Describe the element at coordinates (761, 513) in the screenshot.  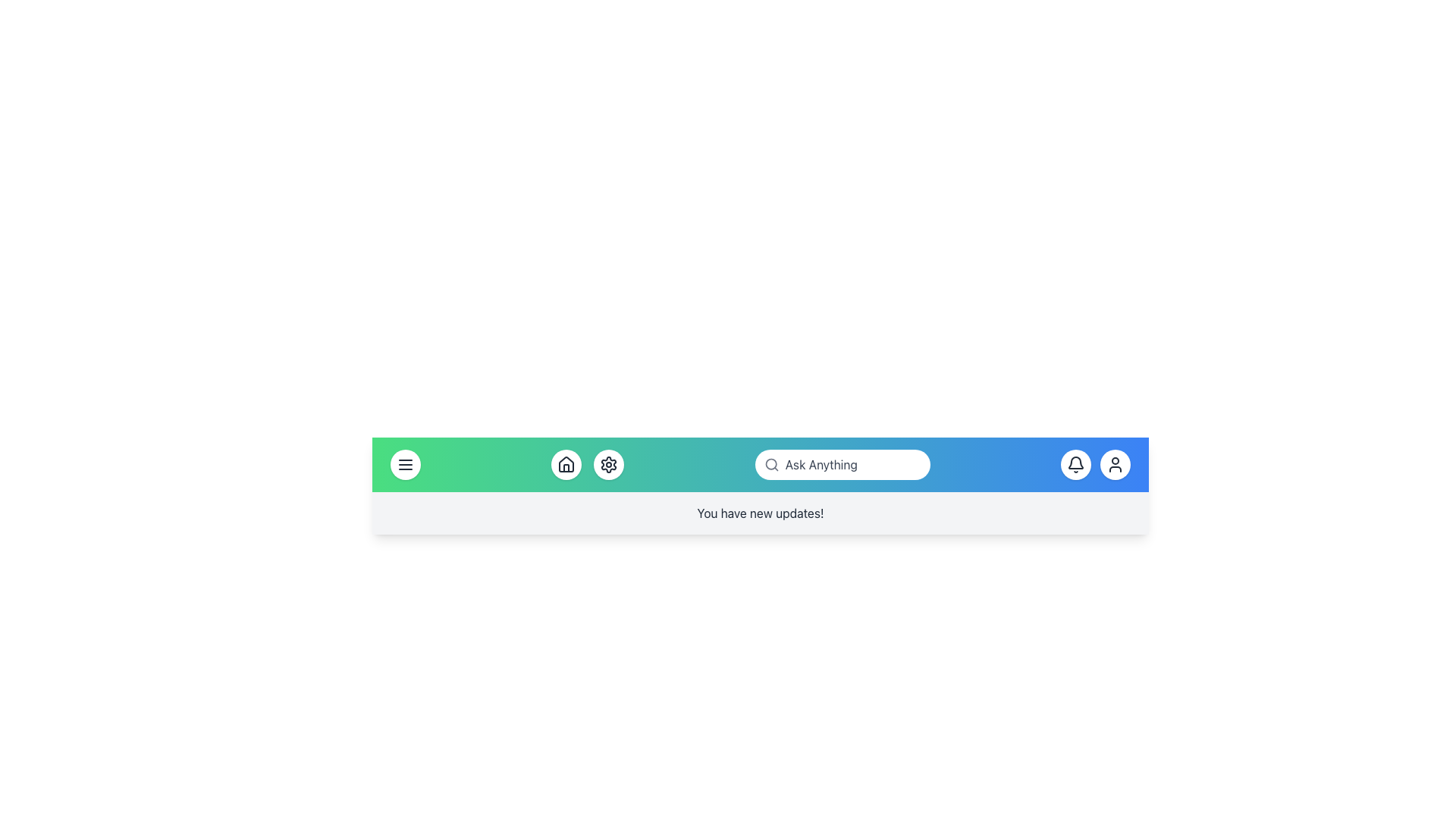
I see `the notification banner with the message 'You have new updates!' which is styled with a light gray background and dark gray text, located at the bottom of the colored header section` at that location.